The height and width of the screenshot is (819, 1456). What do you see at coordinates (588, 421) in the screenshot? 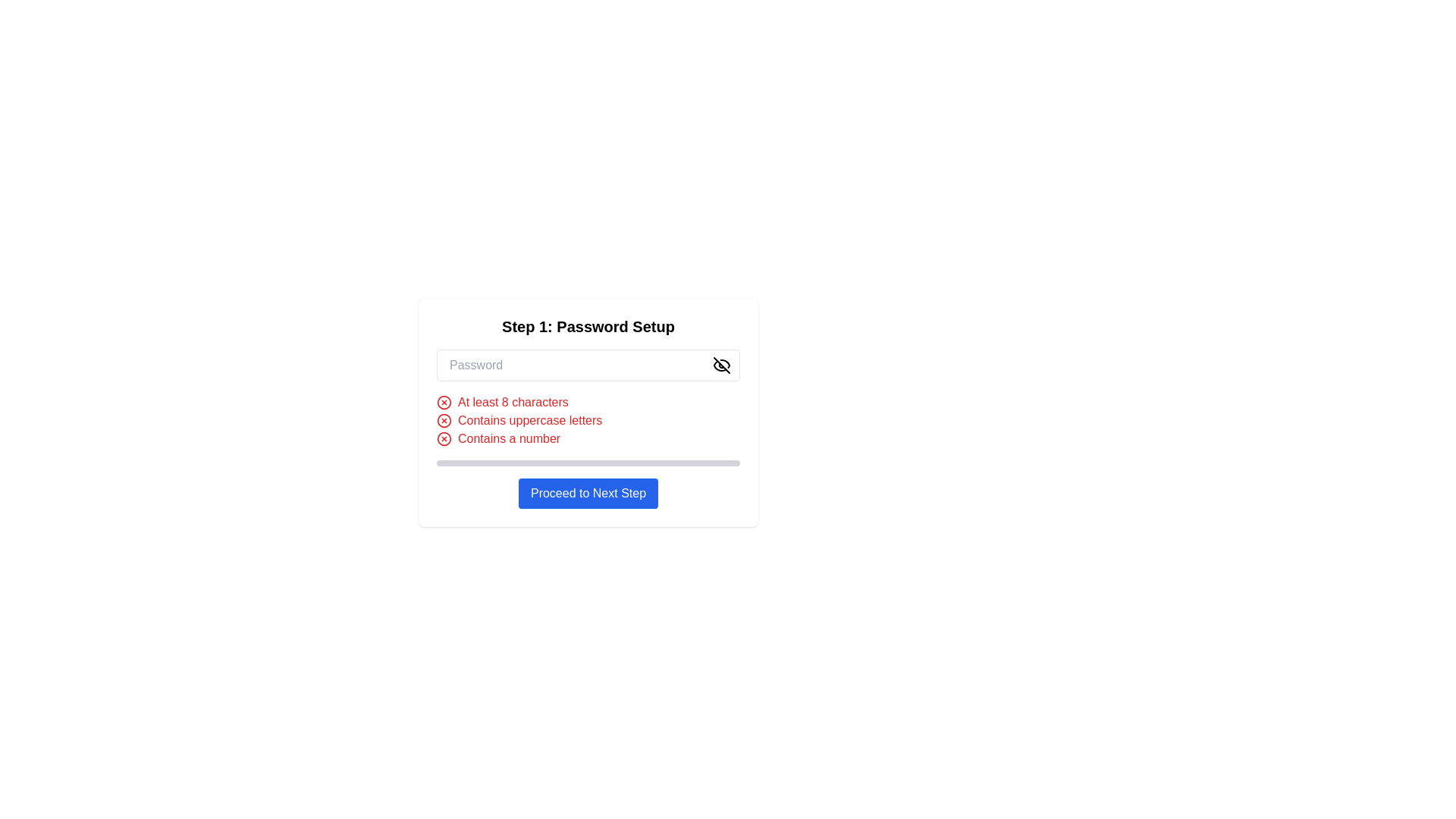
I see `the textual information component that lists conditions for password requirements, which includes labels such as 'At least 8 characters,' 'Contains uppercase letters,' and 'Contains a number.'` at bounding box center [588, 421].